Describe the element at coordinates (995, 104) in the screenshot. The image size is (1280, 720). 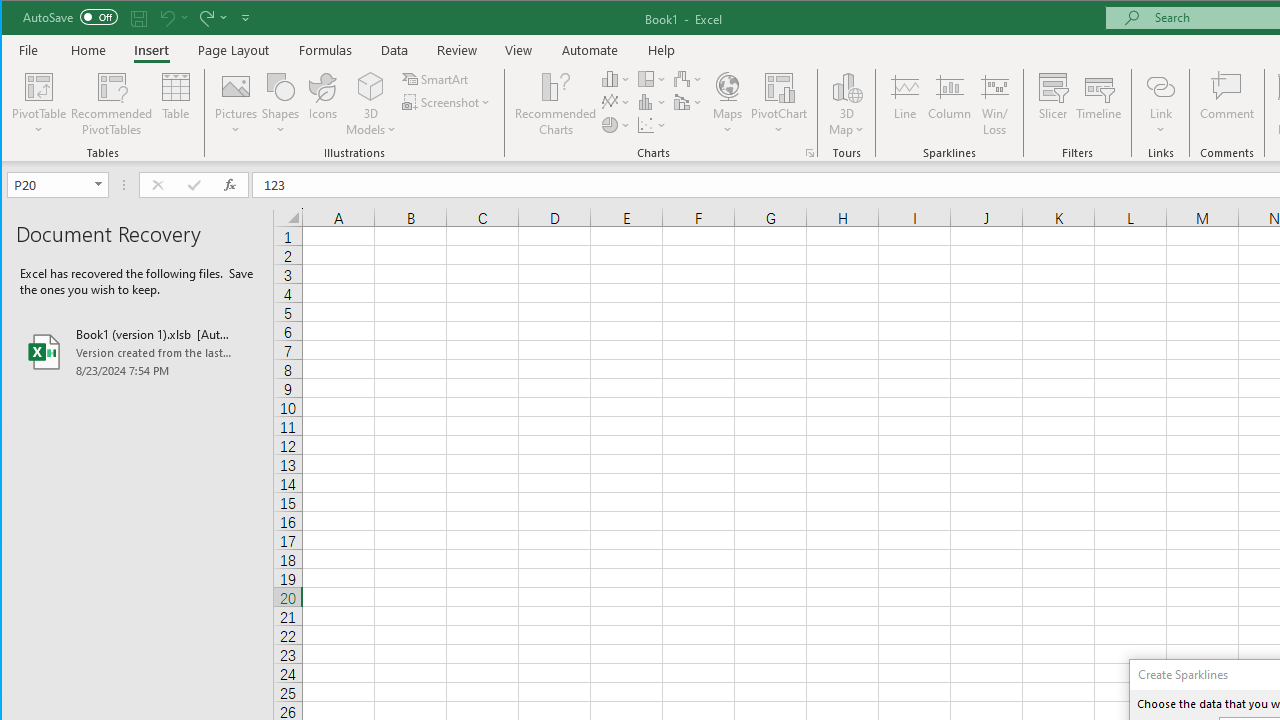
I see `'Win/Loss'` at that location.